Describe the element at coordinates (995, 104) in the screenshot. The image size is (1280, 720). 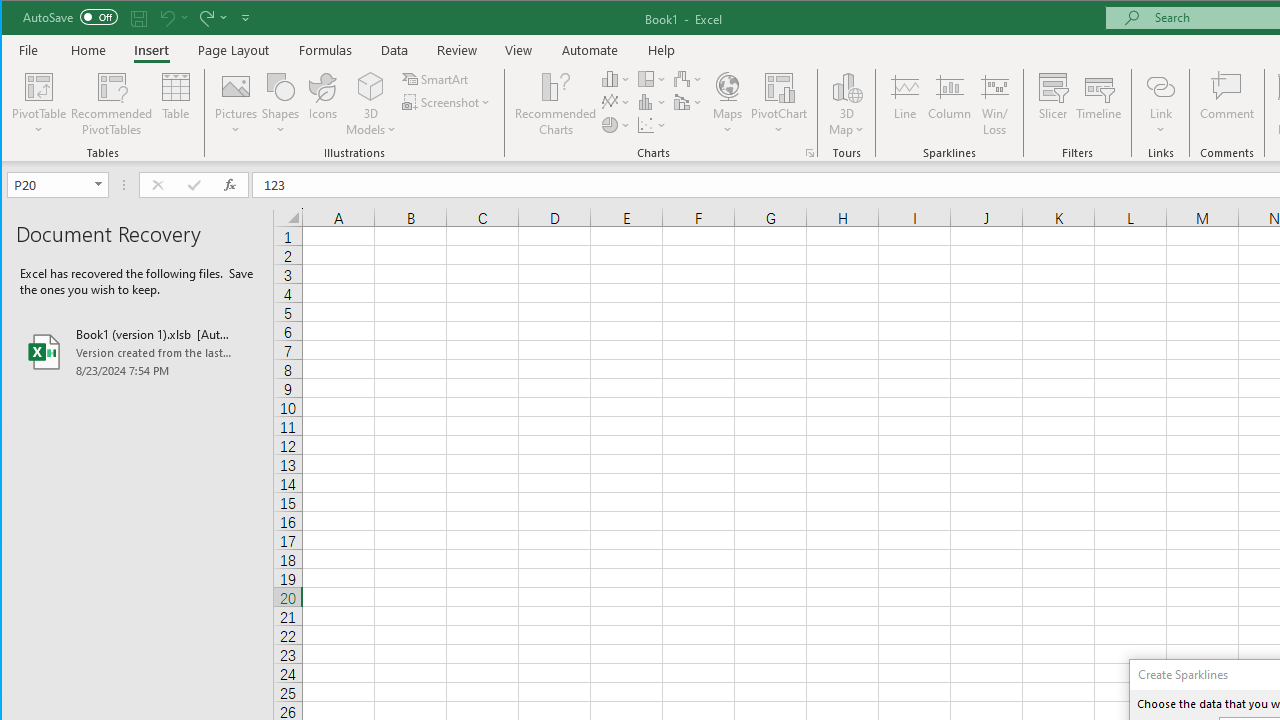
I see `'Win/Loss'` at that location.